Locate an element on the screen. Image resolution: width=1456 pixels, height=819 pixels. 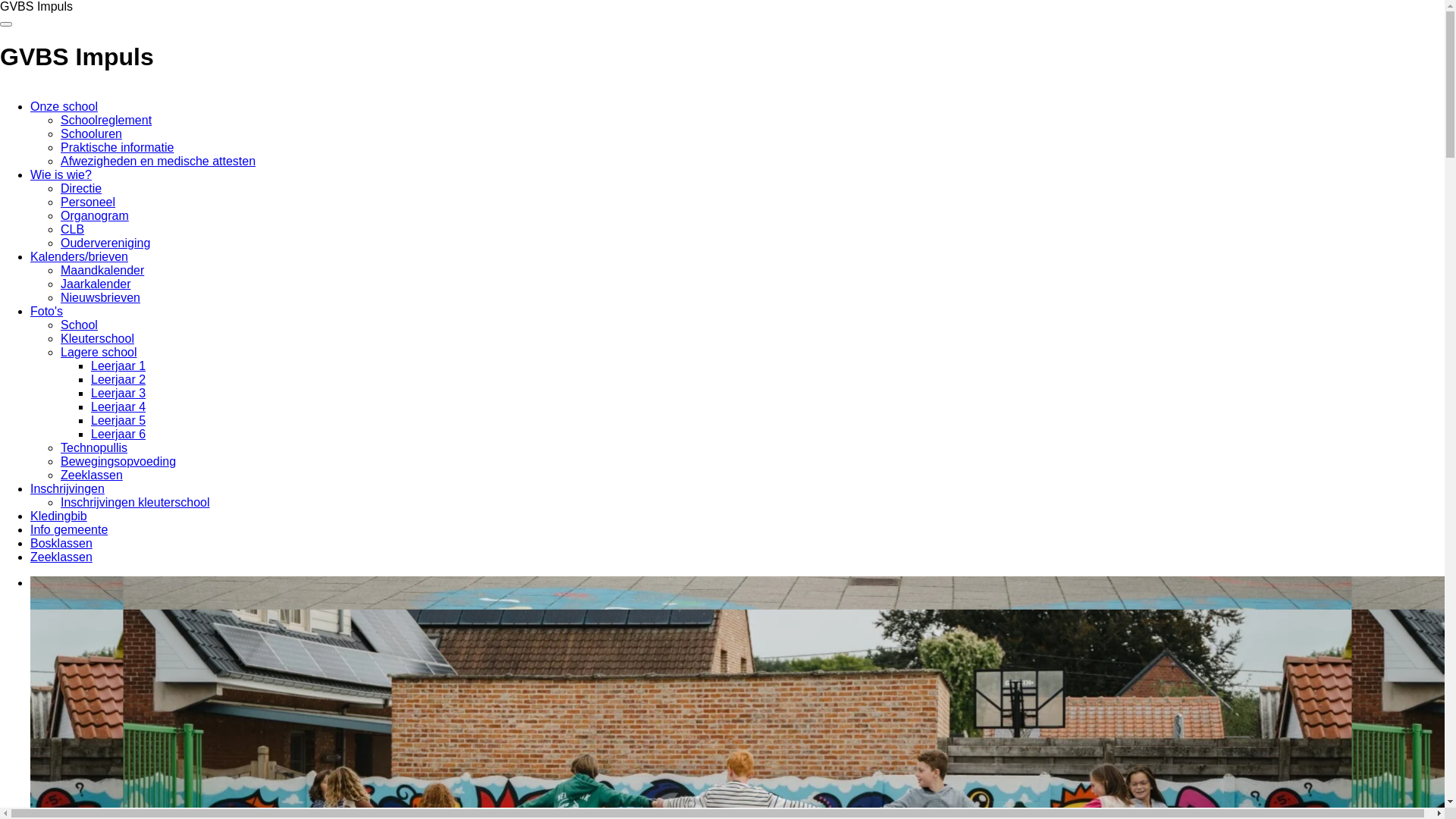
'Zeeklassen' is located at coordinates (61, 474).